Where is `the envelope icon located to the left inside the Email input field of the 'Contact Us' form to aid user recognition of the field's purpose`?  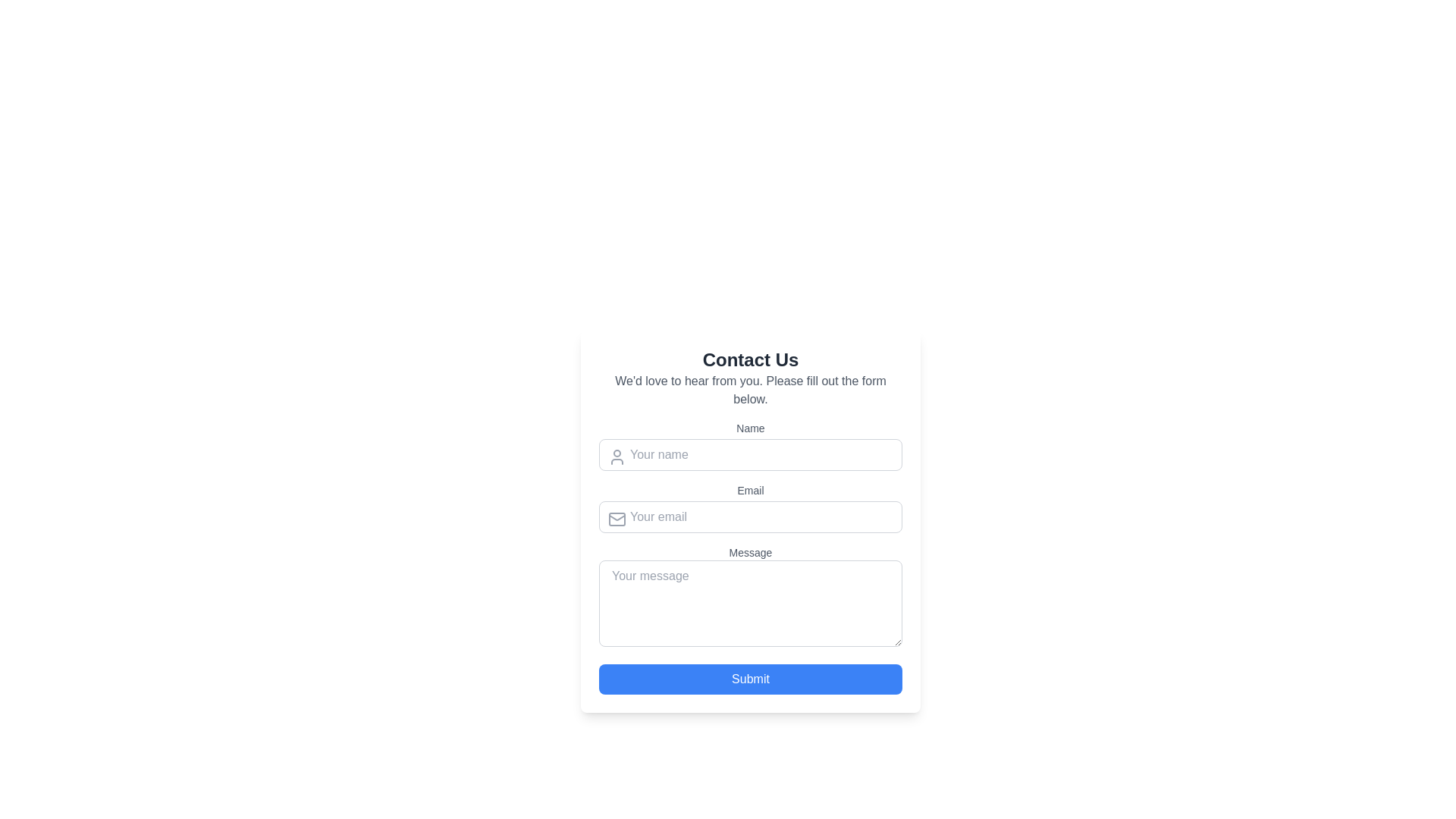
the envelope icon located to the left inside the Email input field of the 'Contact Us' form to aid user recognition of the field's purpose is located at coordinates (617, 519).